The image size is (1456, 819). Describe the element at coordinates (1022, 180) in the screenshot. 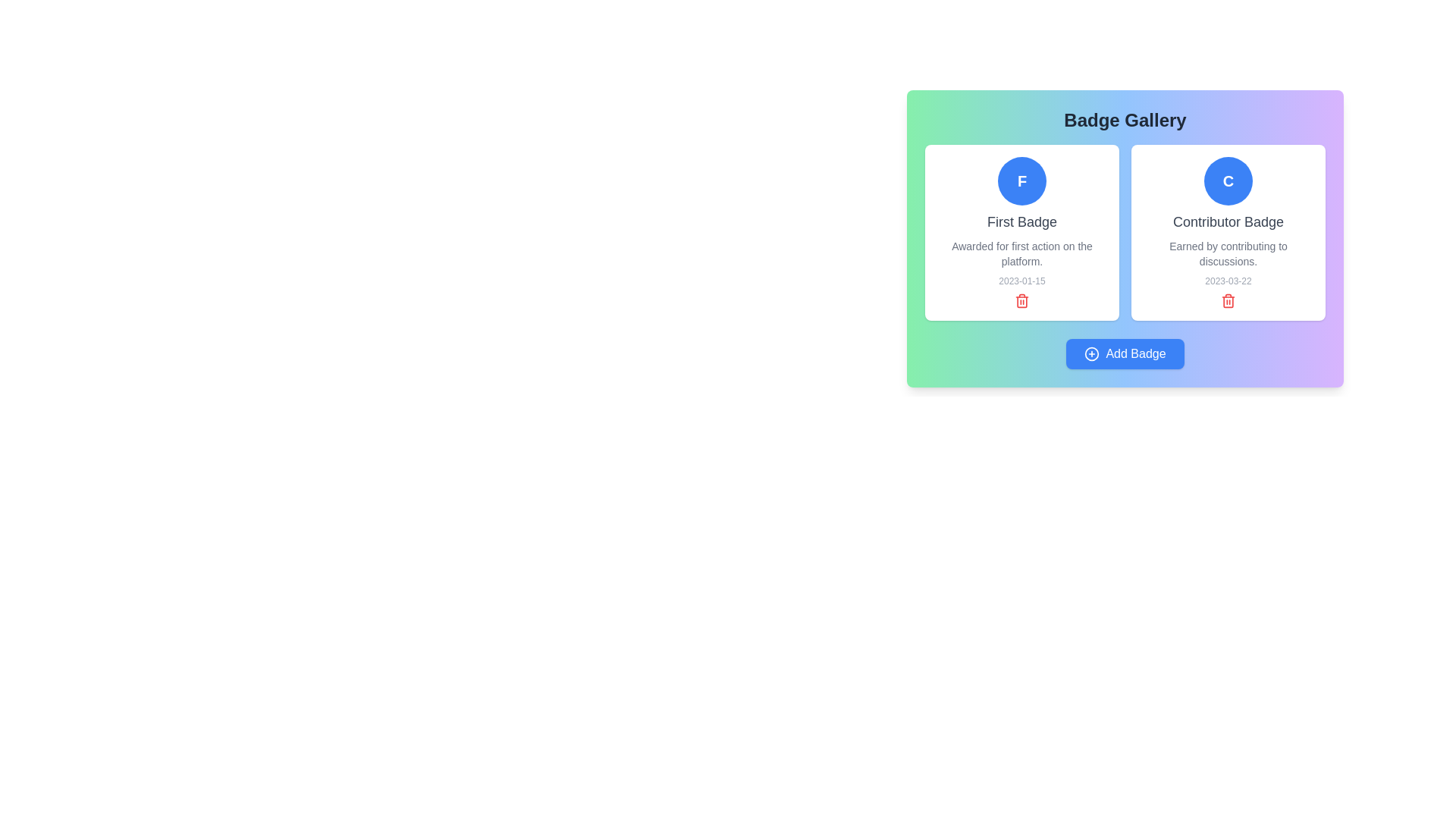

I see `the circular badge with a bright blue background and a white 'F' letter, located in the top-left area of the 'First Badge' card` at that location.